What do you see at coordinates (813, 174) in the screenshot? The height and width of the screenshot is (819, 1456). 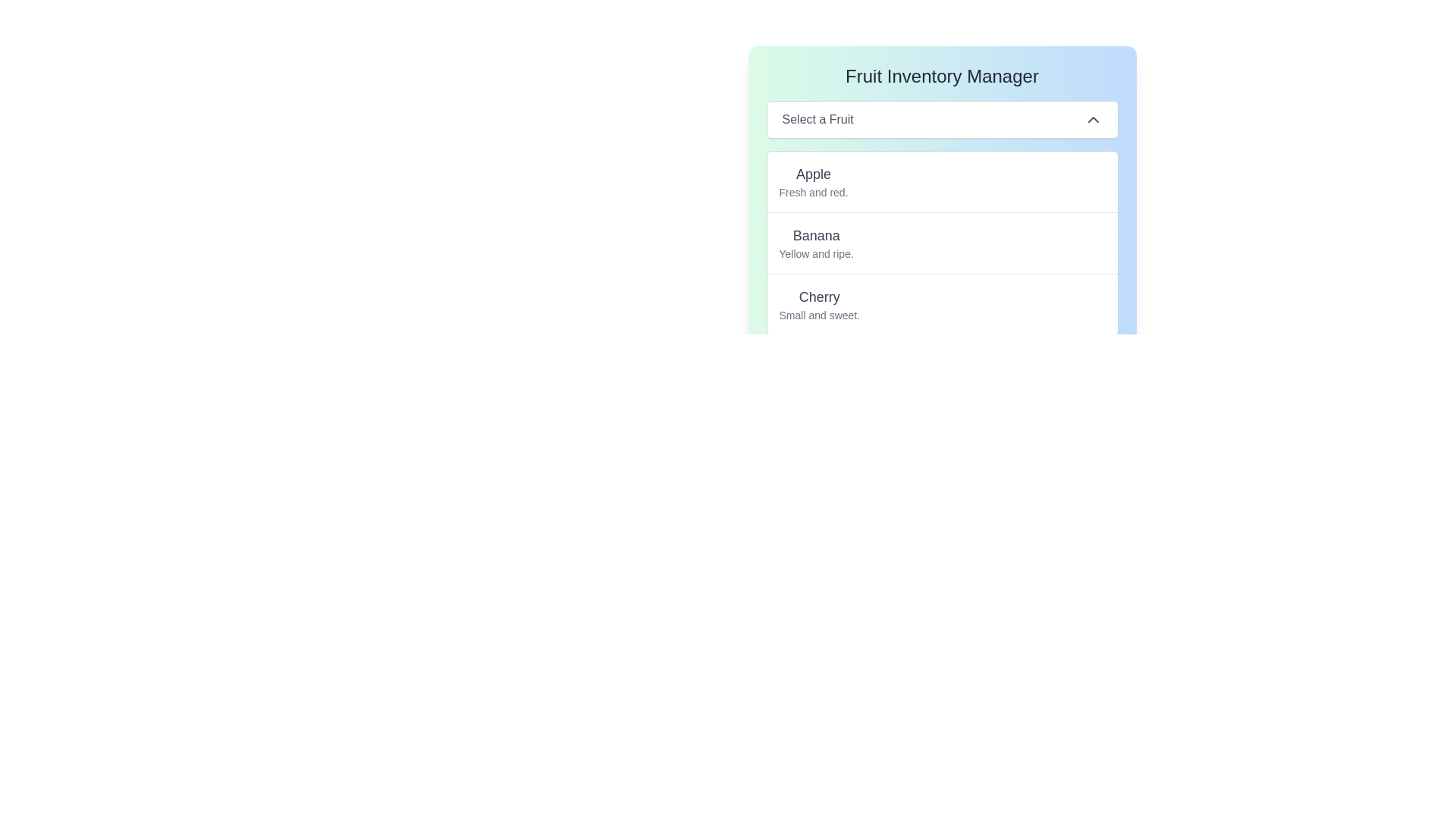 I see `the text label that displays 'Apple', which is styled in a bold, dark gray font and serves as the title for additional information` at bounding box center [813, 174].